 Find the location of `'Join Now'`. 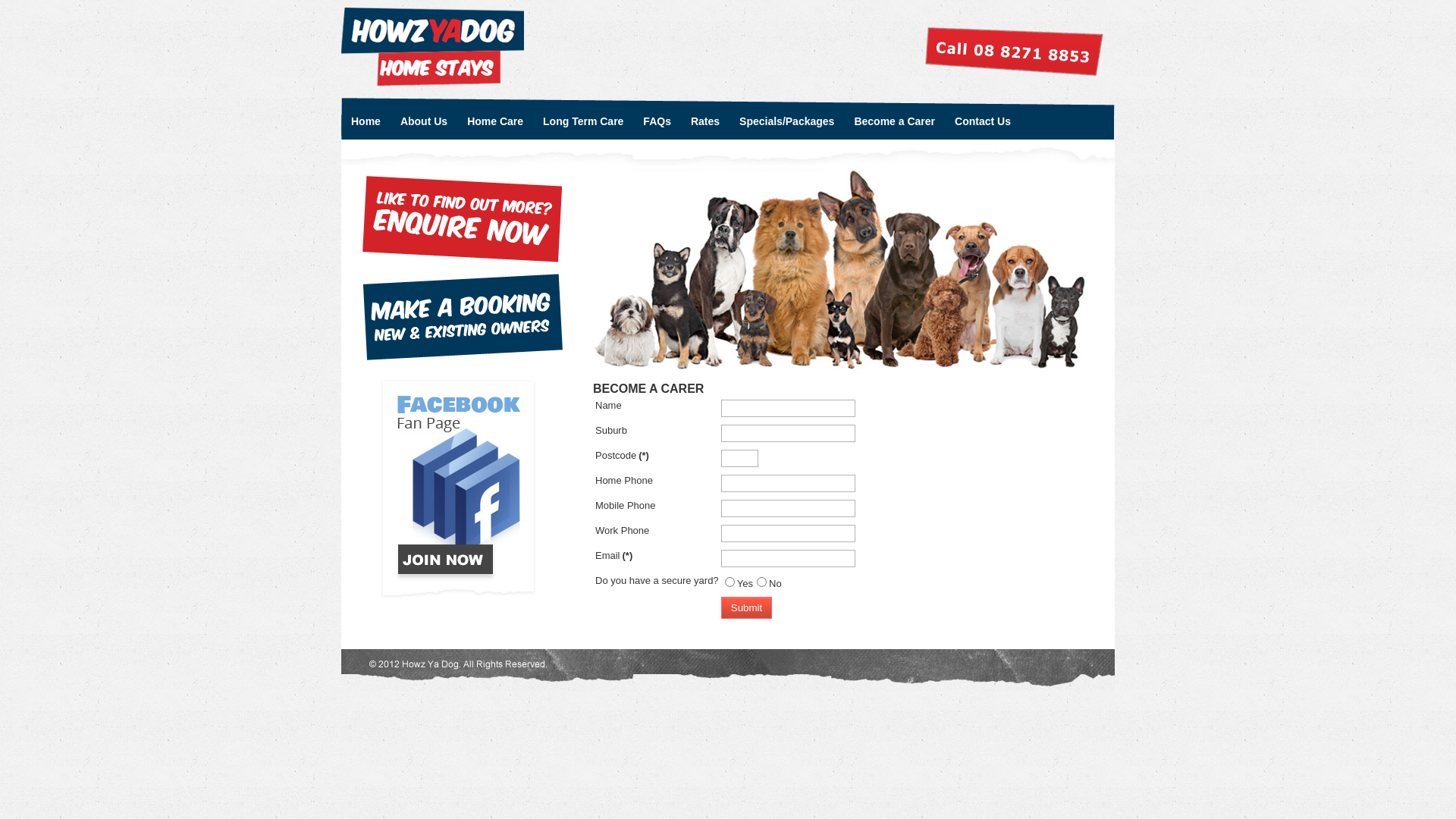

'Join Now' is located at coordinates (461, 489).